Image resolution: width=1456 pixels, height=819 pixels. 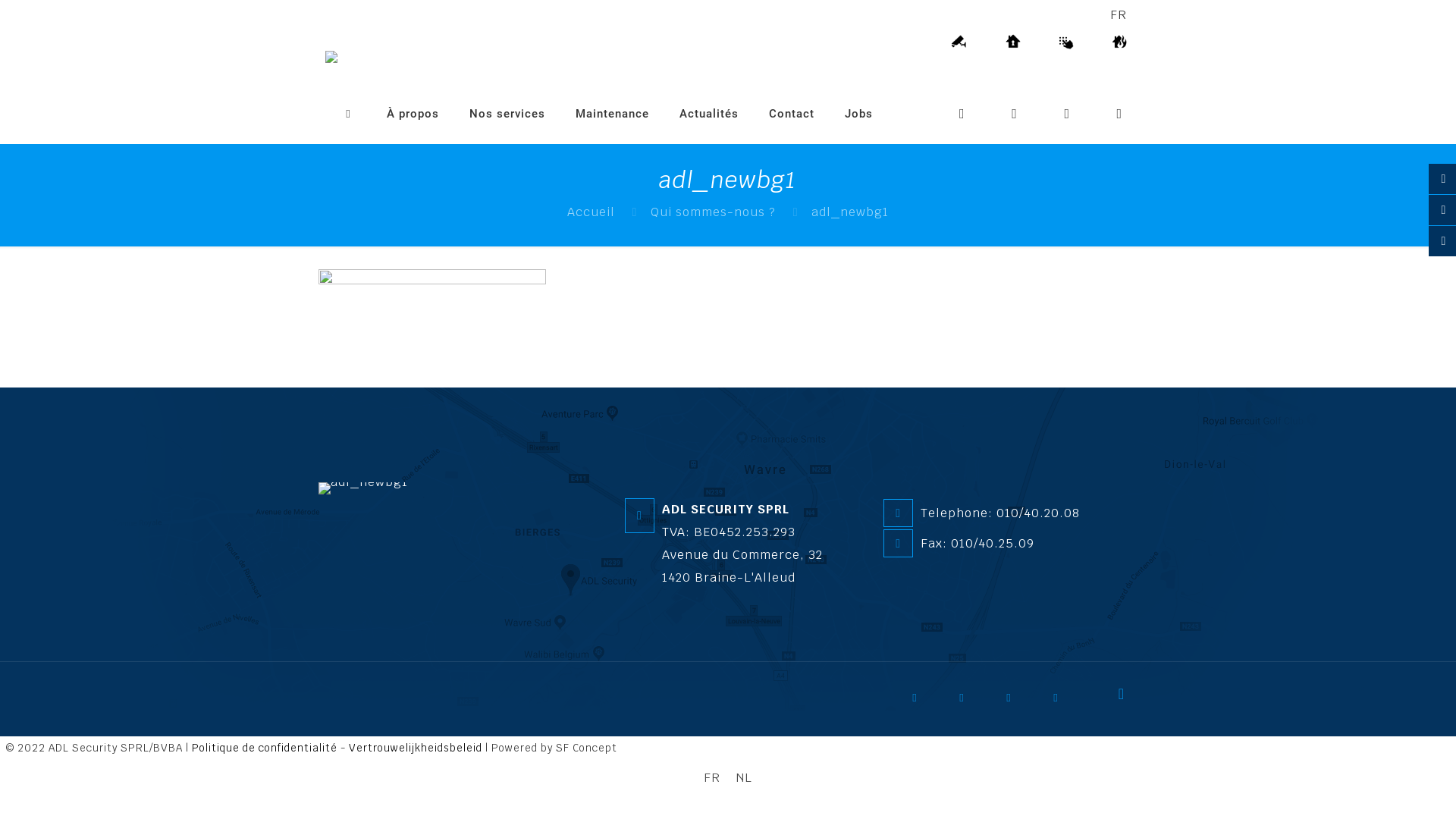 I want to click on 'NL', so click(x=728, y=778).